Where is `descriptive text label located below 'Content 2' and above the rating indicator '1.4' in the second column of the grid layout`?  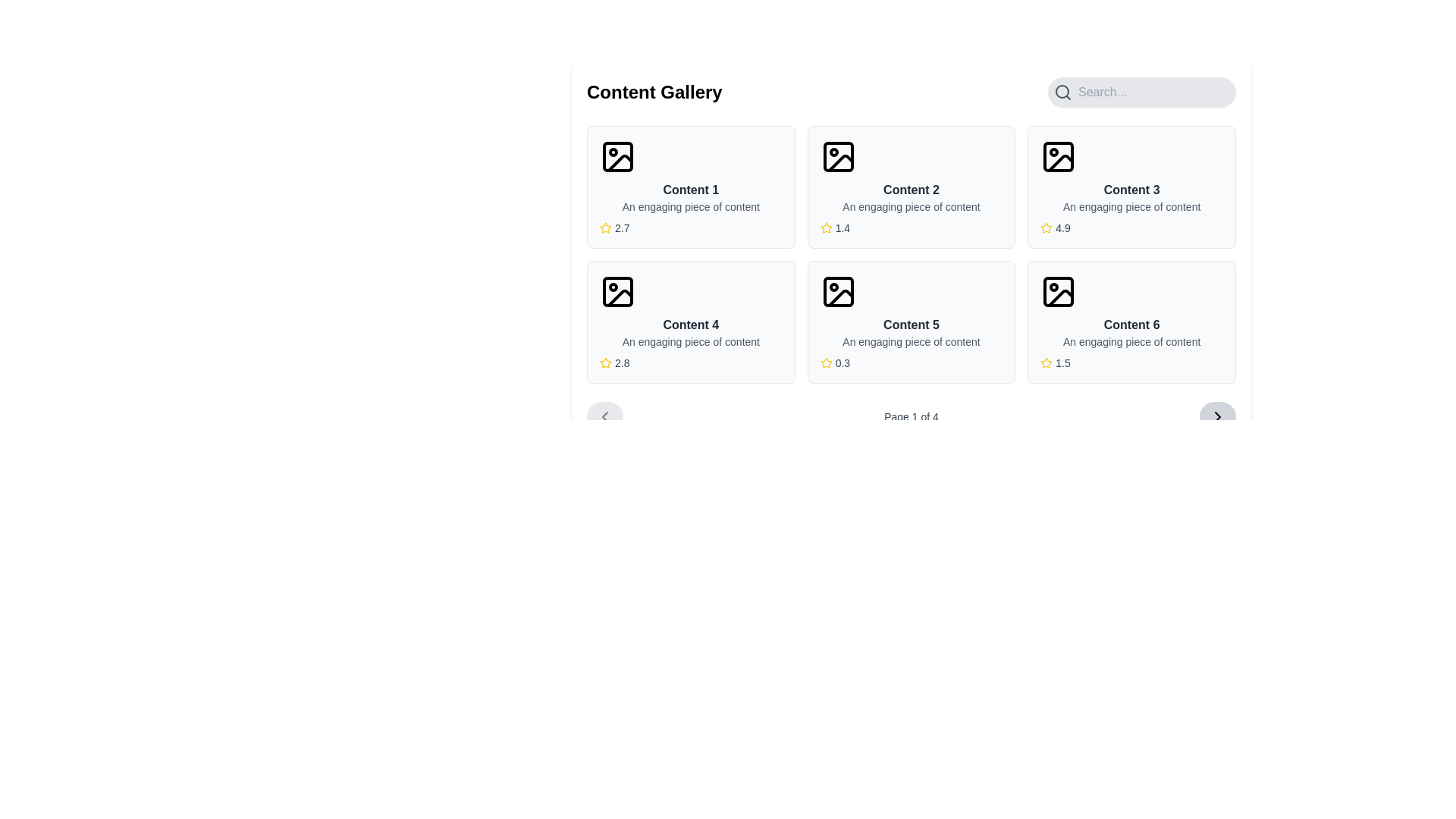
descriptive text label located below 'Content 2' and above the rating indicator '1.4' in the second column of the grid layout is located at coordinates (910, 207).